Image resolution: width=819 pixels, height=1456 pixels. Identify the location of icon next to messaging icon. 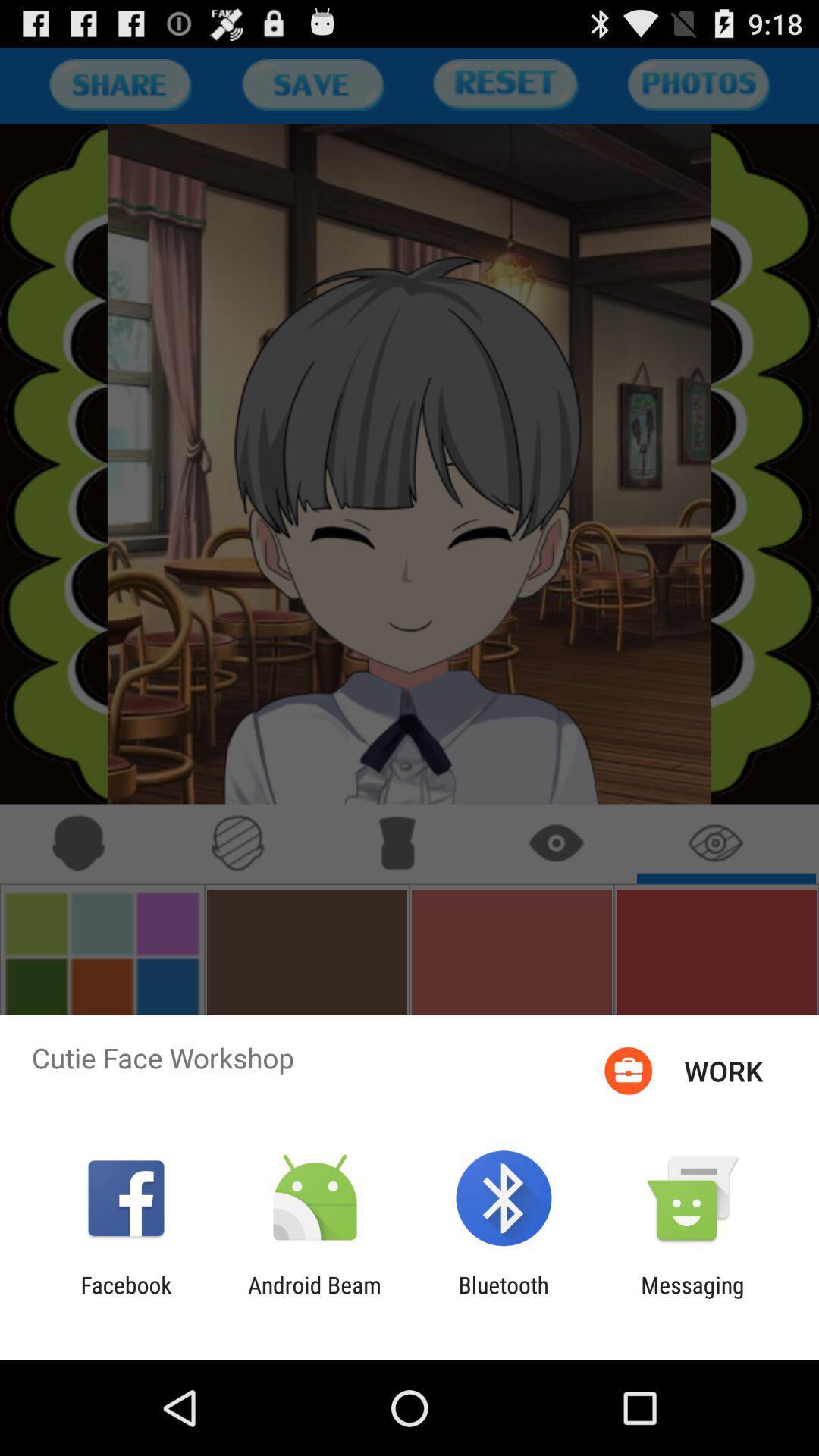
(504, 1298).